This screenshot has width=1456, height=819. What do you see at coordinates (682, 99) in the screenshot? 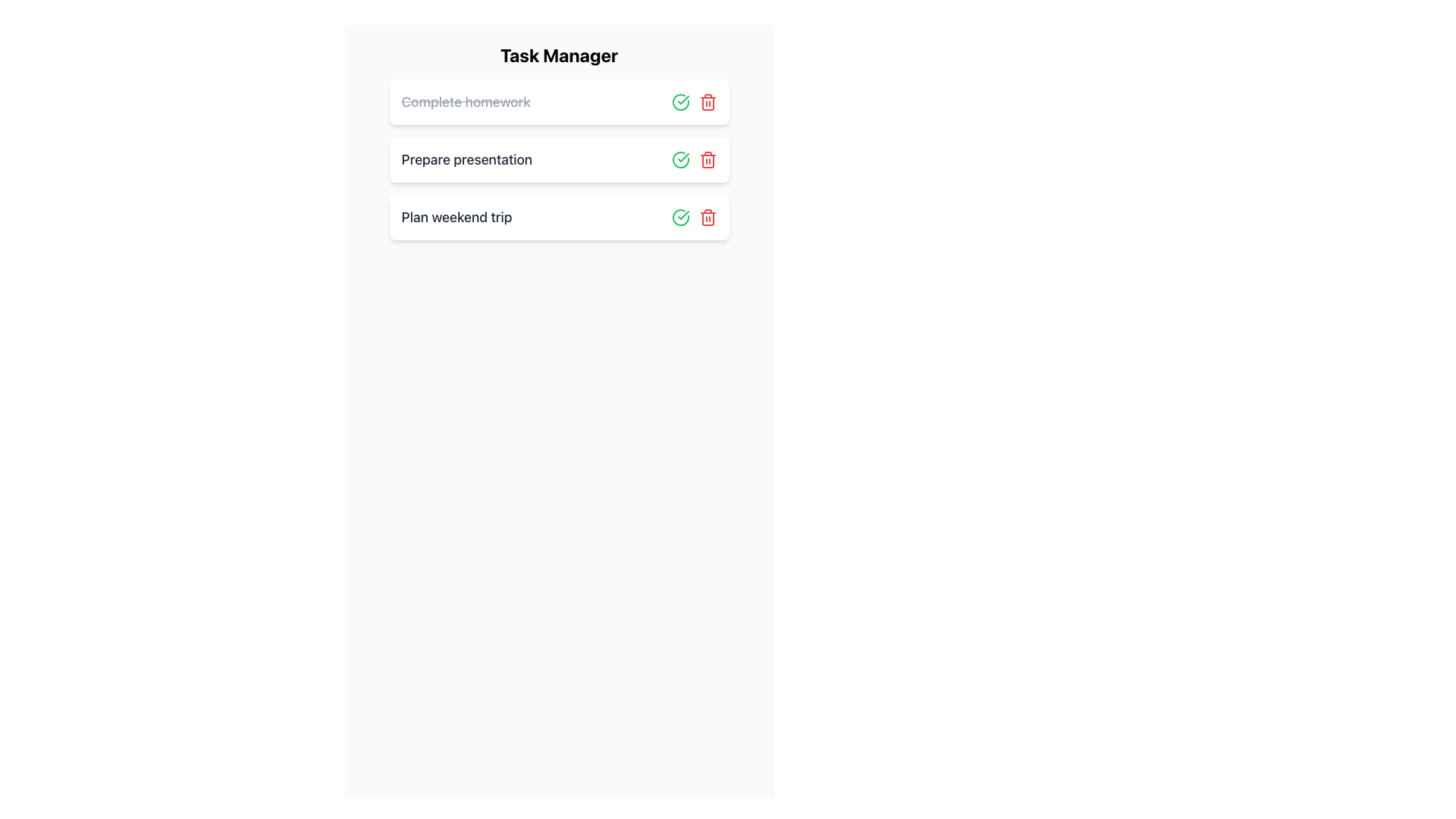
I see `the green checkmark icon in the confirmation indicator located on the right side of the 'Prepare presentation' task entry in the task list interface` at bounding box center [682, 99].